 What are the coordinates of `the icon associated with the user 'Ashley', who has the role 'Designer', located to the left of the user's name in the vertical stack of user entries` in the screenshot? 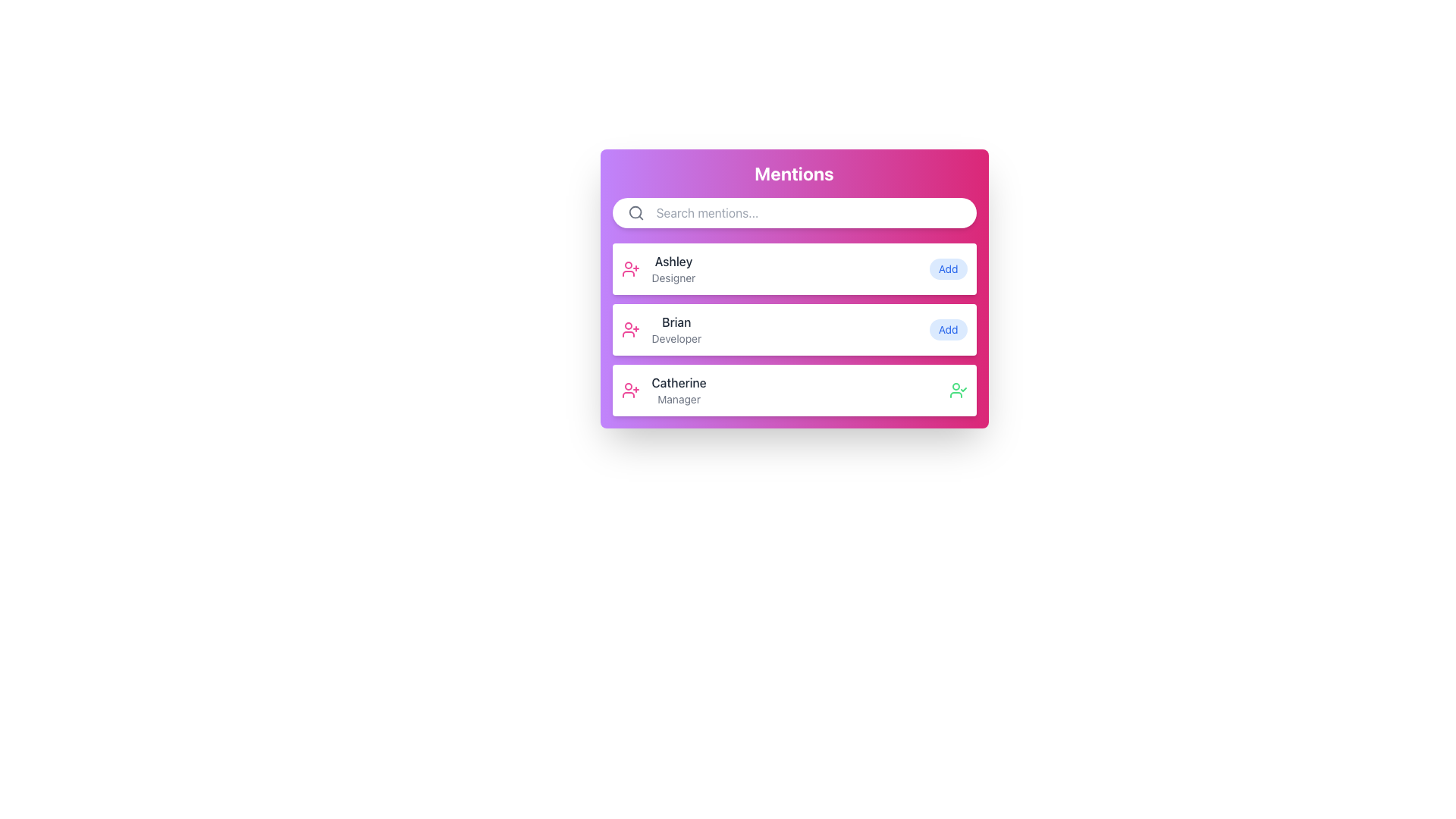 It's located at (630, 268).